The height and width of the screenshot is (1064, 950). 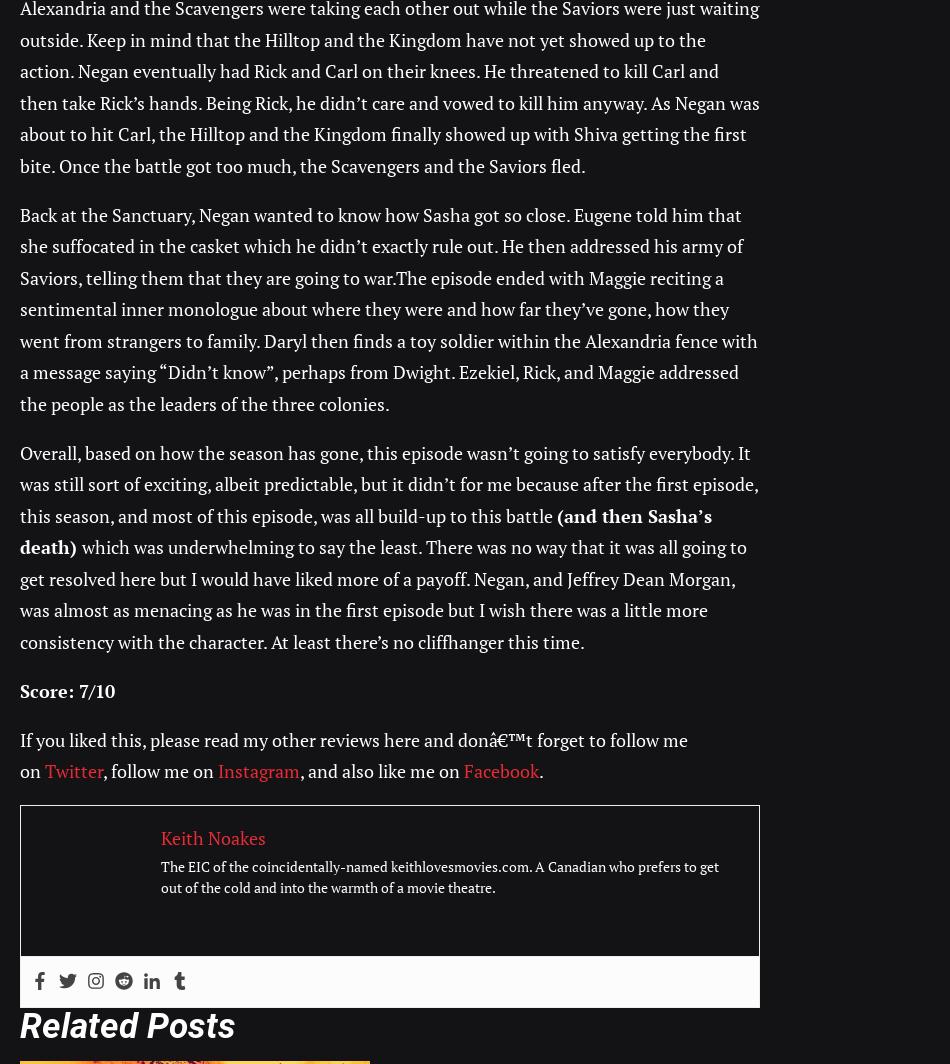 What do you see at coordinates (20, 484) in the screenshot?
I see `'Overall, based on how the season has gone, this episode wasn’t going to satisfy everybody. It was still sort of exciting, albeit predictable, but it didn’t for me because after the first episode, this season, and most of this episode, was all build-up to this battle'` at bounding box center [20, 484].